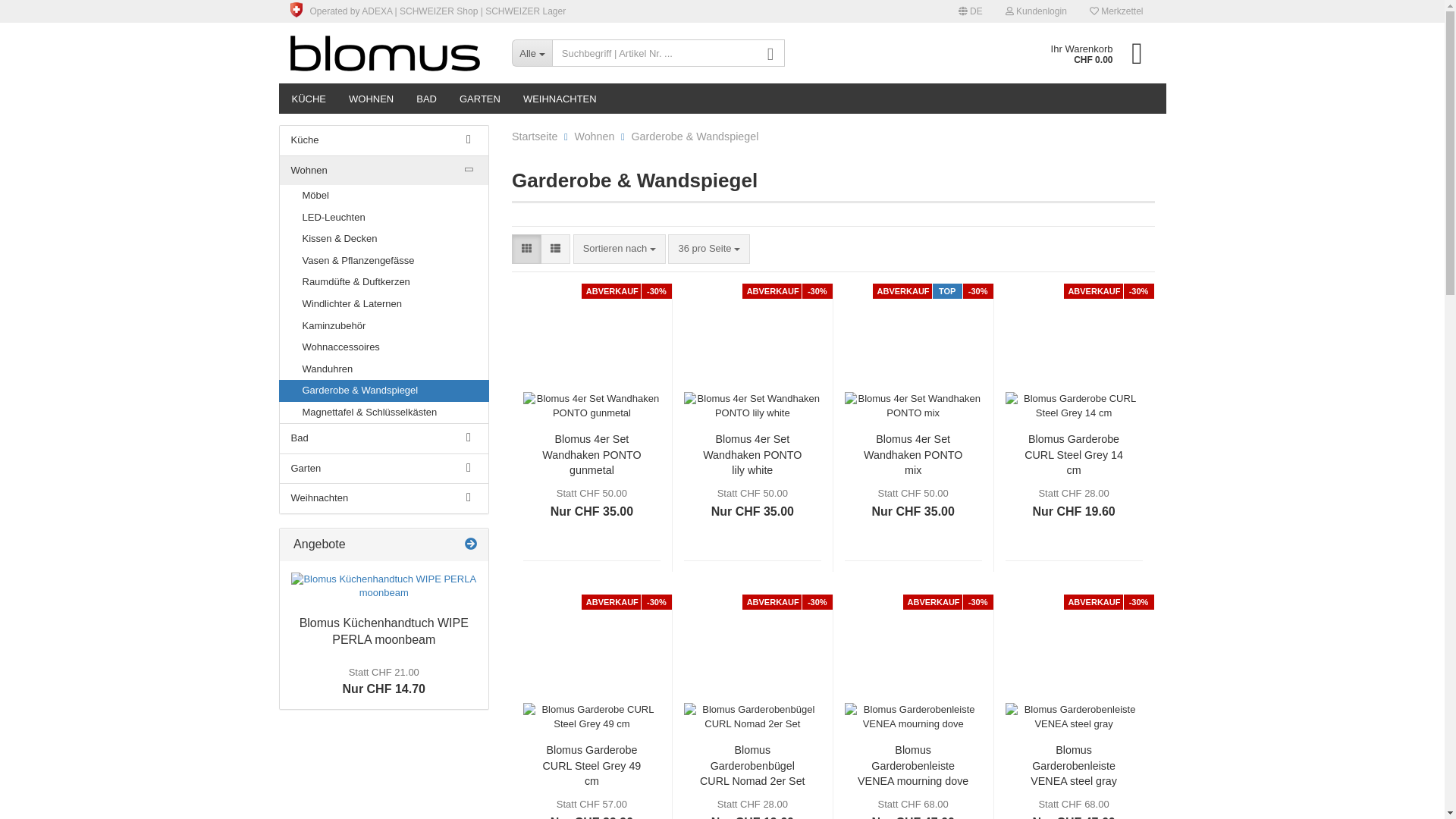 This screenshot has height=819, width=1456. I want to click on 'Blomus 4er Set Wandhaken PONTO gunmetal', so click(591, 453).